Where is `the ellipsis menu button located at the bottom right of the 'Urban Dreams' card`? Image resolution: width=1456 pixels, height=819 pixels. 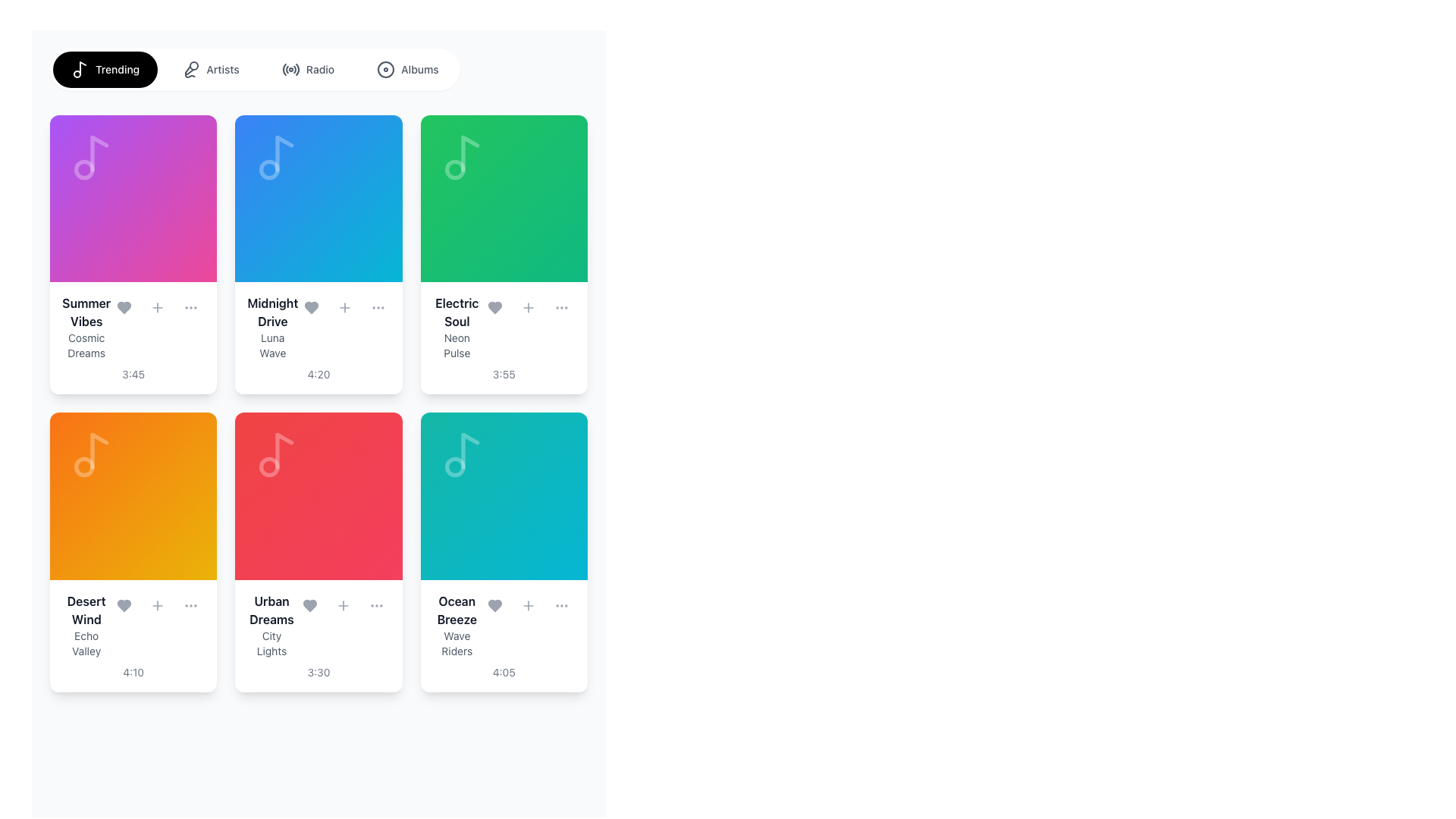
the ellipsis menu button located at the bottom right of the 'Urban Dreams' card is located at coordinates (376, 604).